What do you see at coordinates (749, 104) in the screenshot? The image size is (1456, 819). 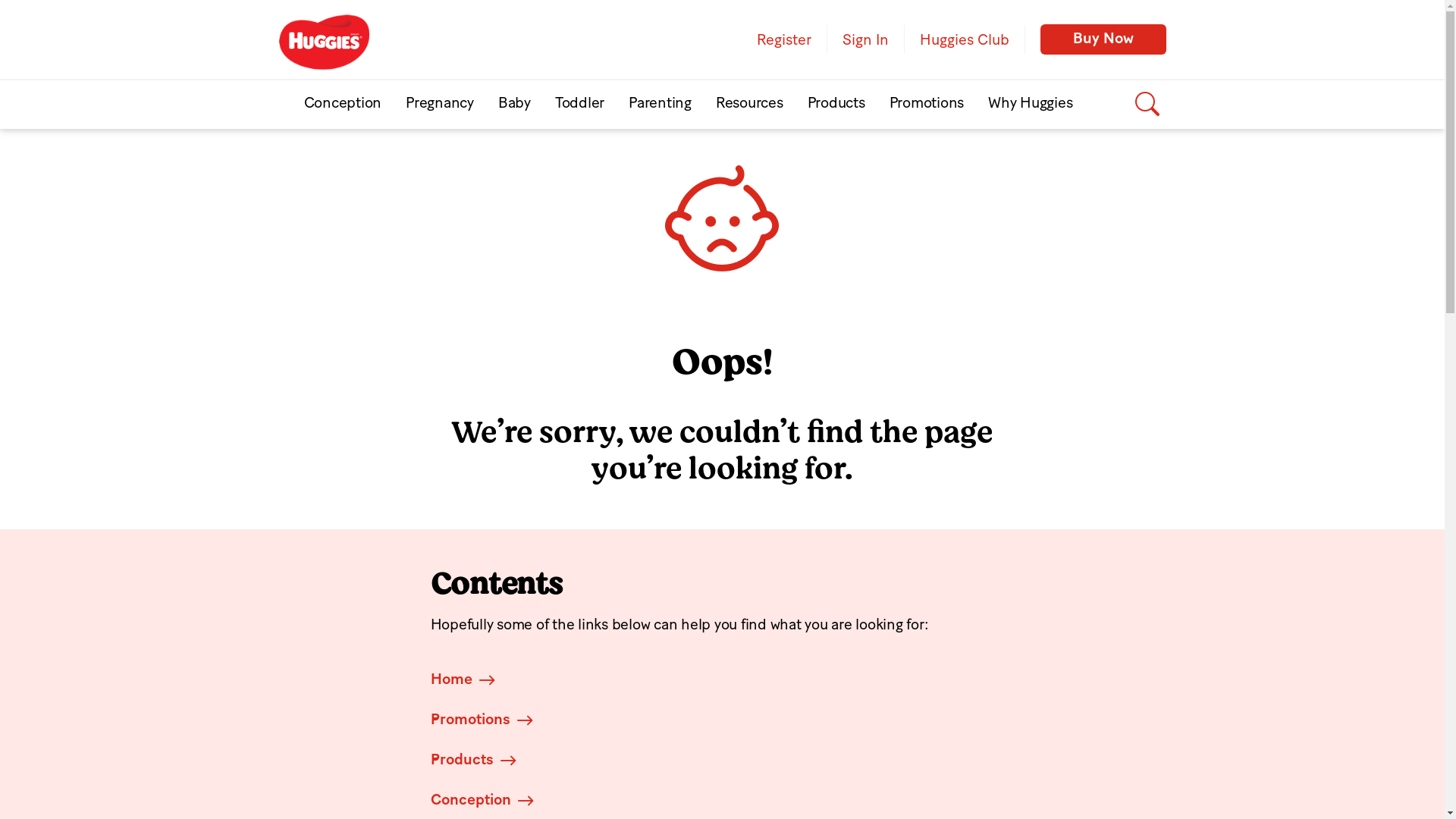 I see `'Resources'` at bounding box center [749, 104].